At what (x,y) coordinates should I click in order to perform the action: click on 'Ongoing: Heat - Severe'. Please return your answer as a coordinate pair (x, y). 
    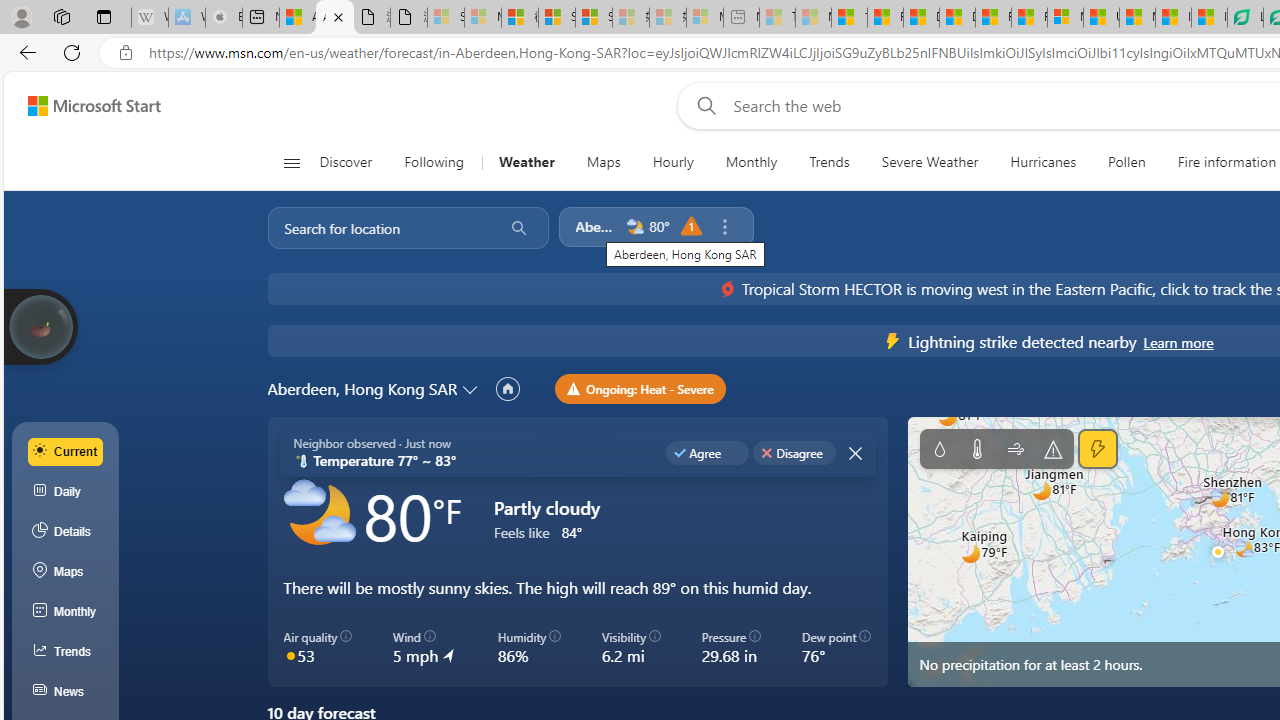
    Looking at the image, I should click on (640, 388).